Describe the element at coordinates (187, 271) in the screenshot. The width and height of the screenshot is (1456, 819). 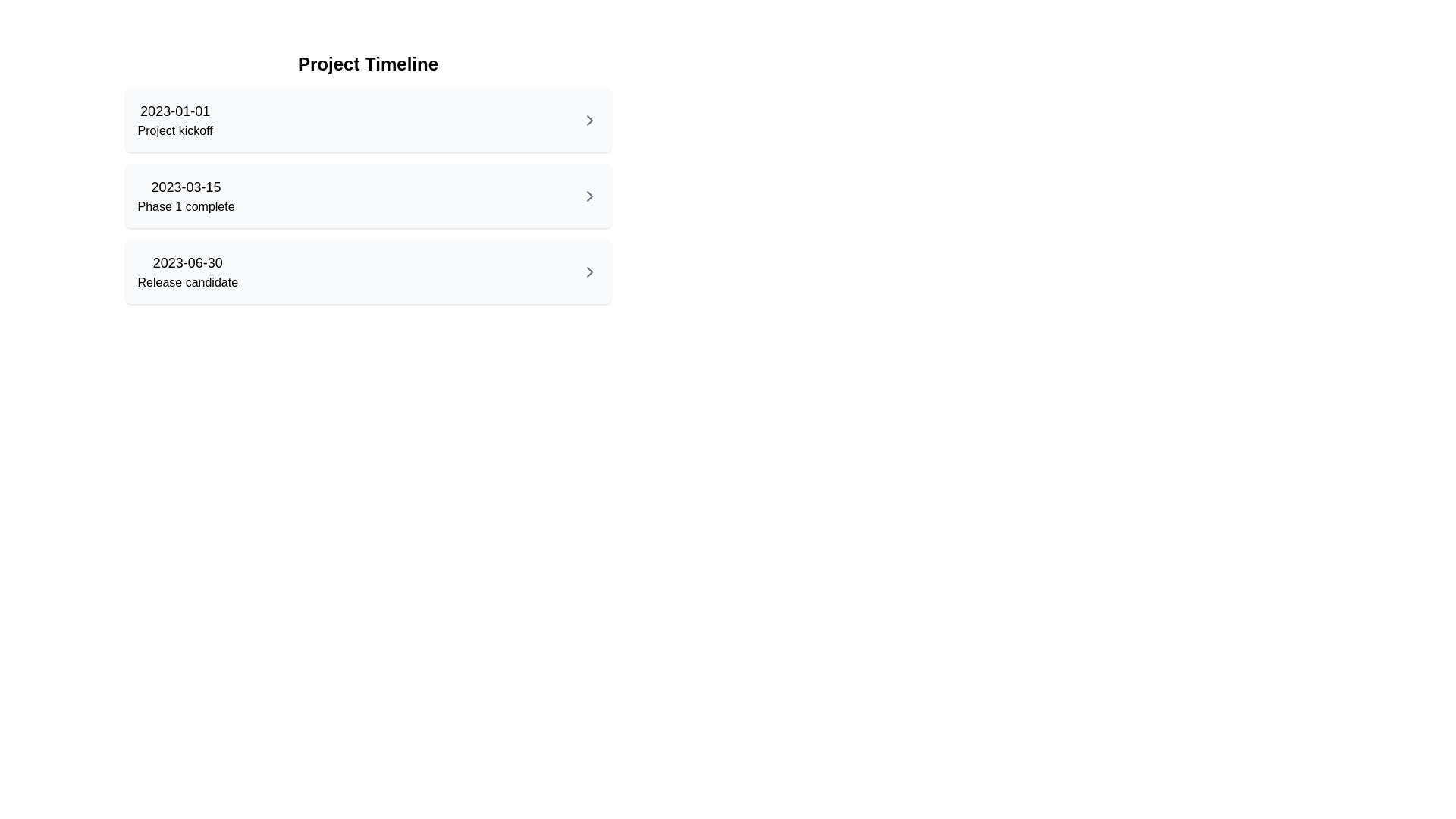
I see `the text label displaying '2023-06-30' which is positioned above 'Release candidate' in the third row under the 'Project Timeline' header` at that location.